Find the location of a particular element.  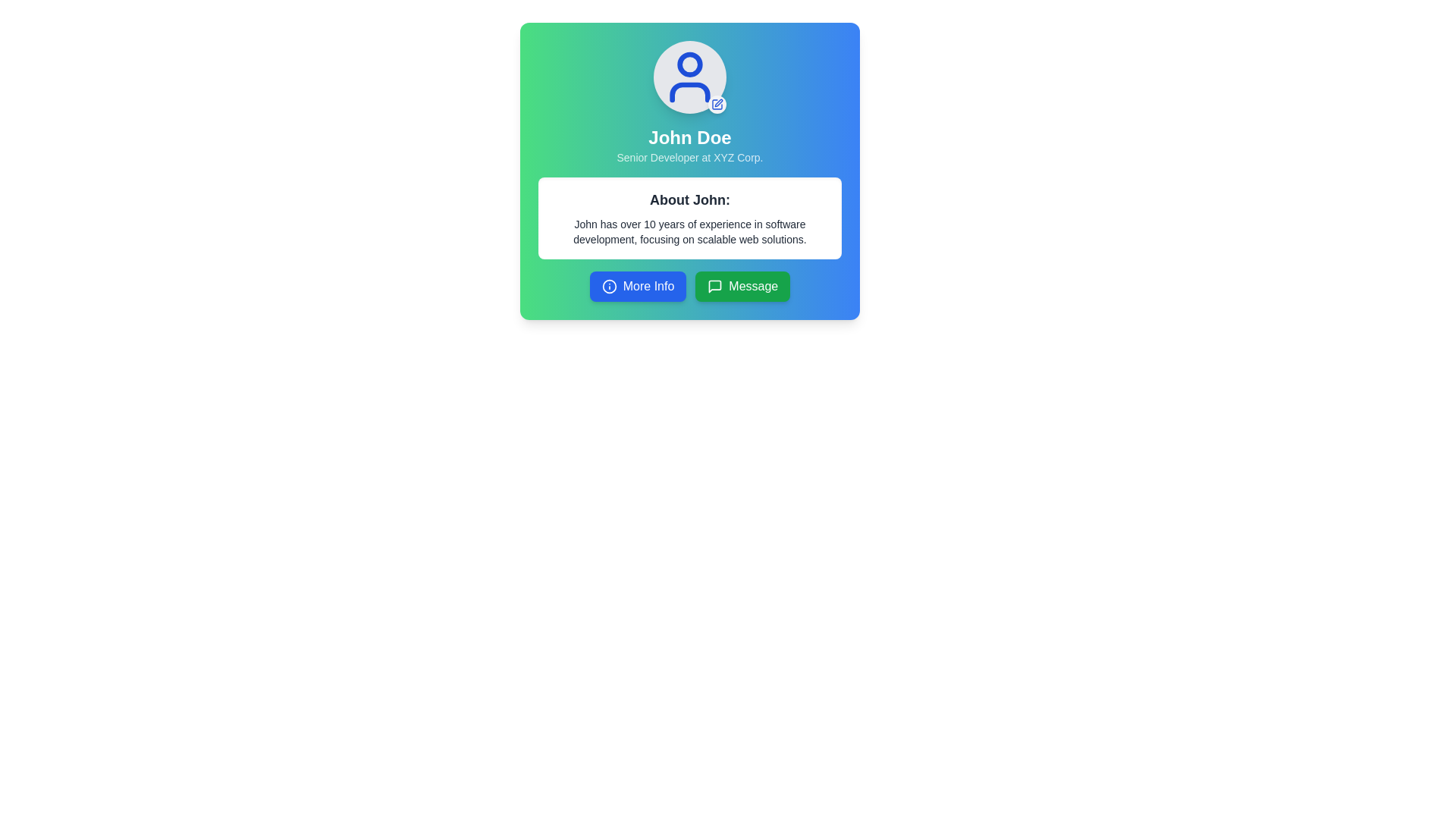

the user icon which is styled in blue and located at the top center of the profile card is located at coordinates (689, 77).